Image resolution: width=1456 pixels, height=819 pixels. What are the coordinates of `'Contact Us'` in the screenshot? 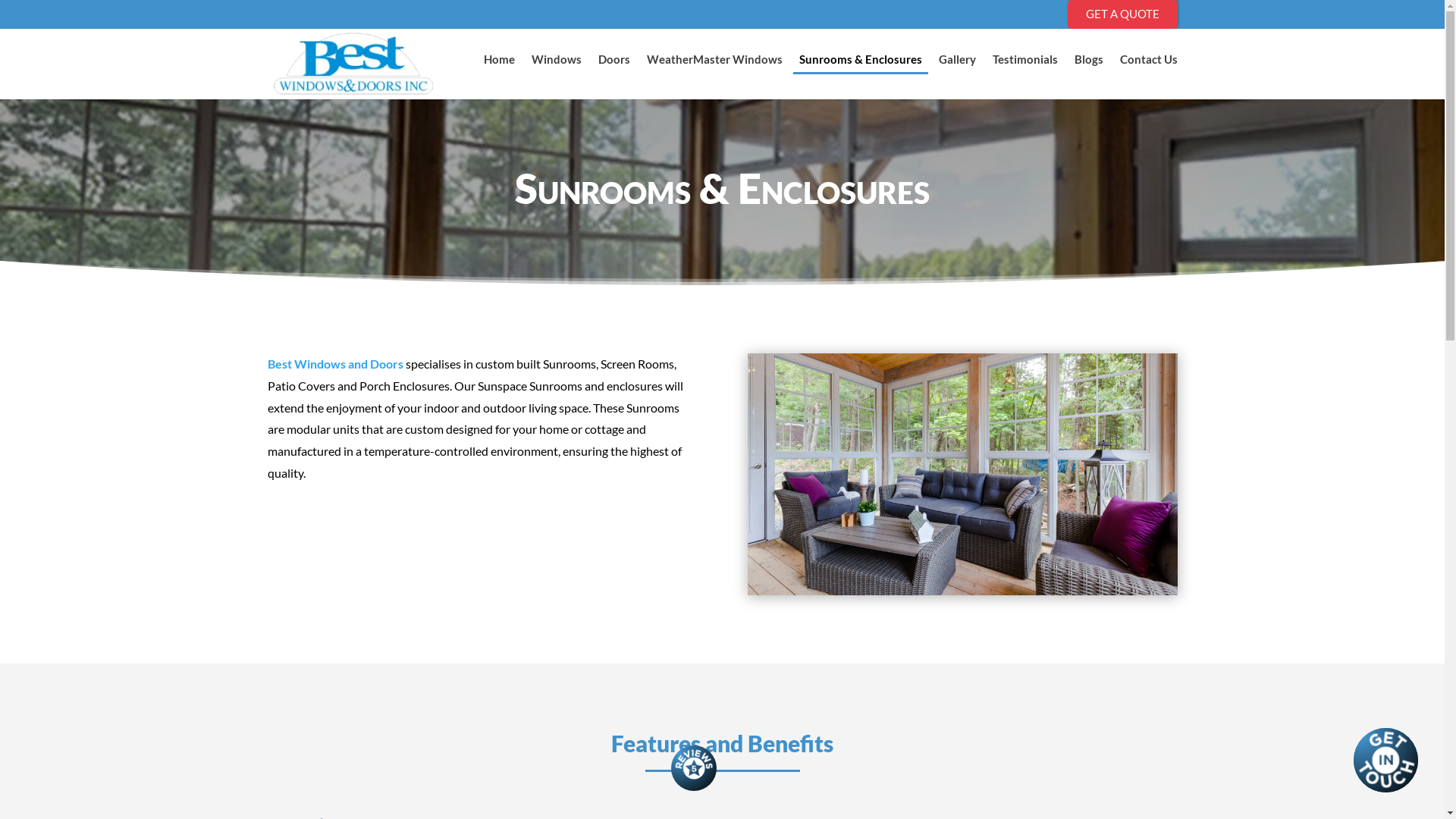 It's located at (1147, 71).